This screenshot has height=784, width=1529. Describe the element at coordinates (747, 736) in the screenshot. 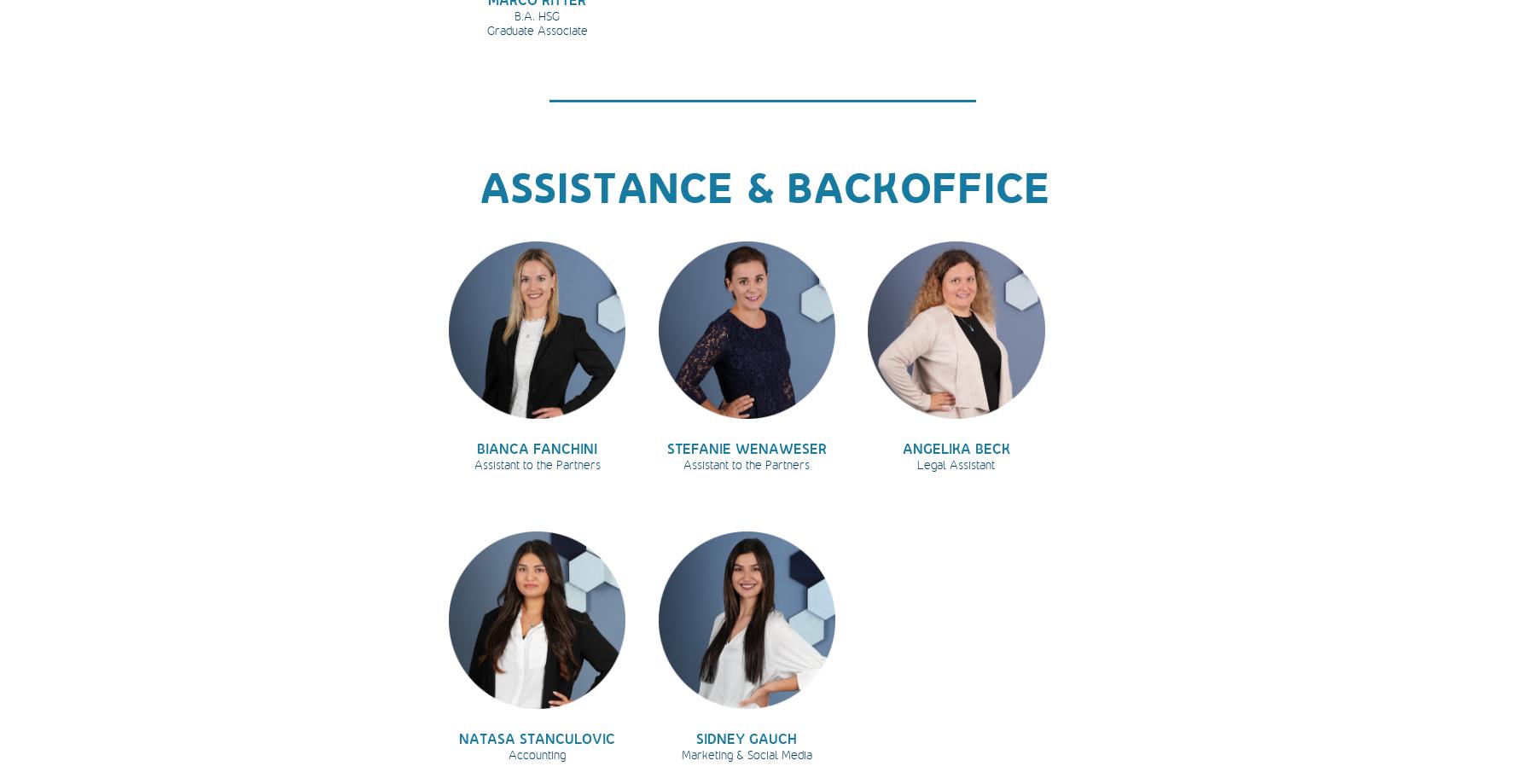

I see `'SIDNEY GAUCH'` at that location.